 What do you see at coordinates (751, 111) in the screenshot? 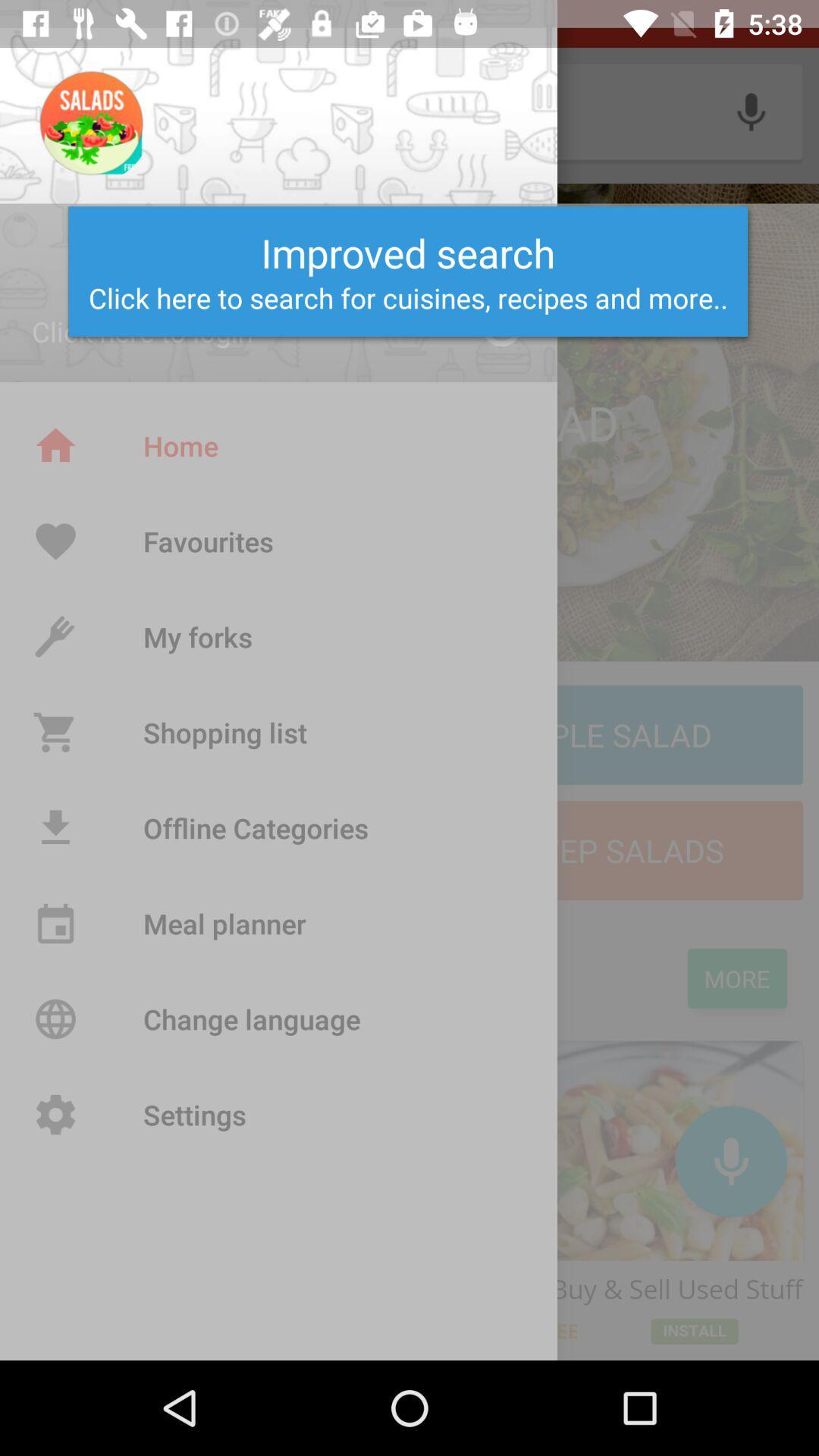
I see `the microphone icon` at bounding box center [751, 111].